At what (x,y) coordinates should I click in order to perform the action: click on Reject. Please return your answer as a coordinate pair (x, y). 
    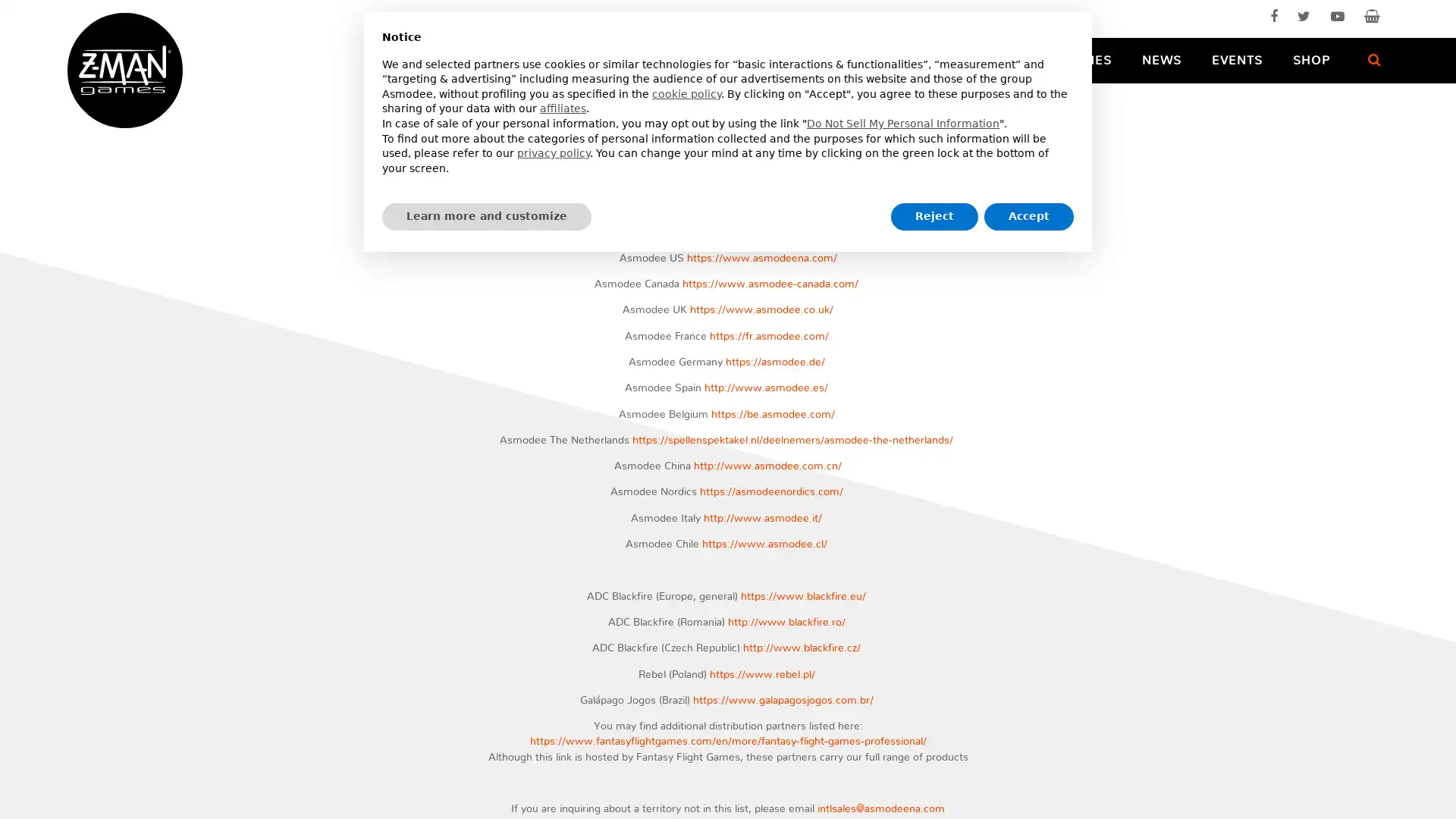
    Looking at the image, I should click on (934, 216).